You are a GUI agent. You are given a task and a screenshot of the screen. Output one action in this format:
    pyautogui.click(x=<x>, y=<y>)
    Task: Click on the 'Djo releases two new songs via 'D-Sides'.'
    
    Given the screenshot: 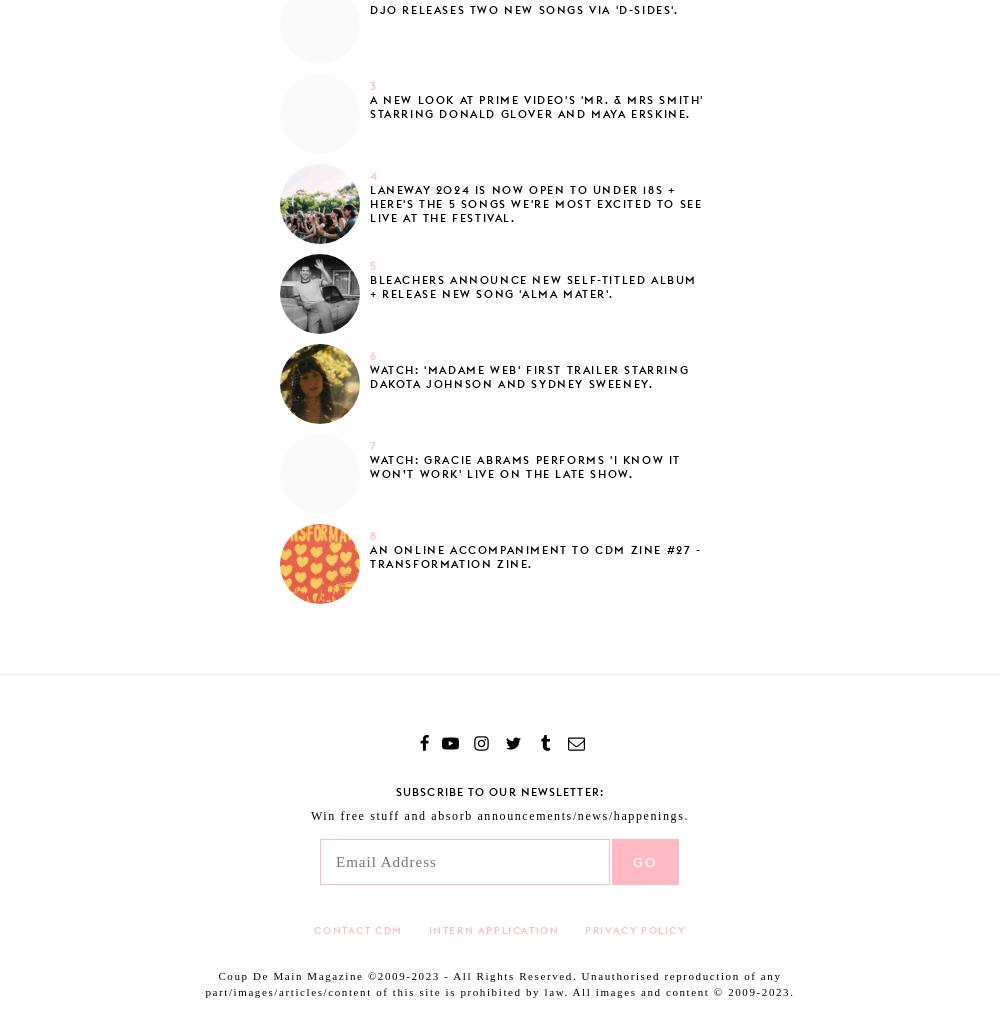 What is the action you would take?
    pyautogui.click(x=524, y=8)
    